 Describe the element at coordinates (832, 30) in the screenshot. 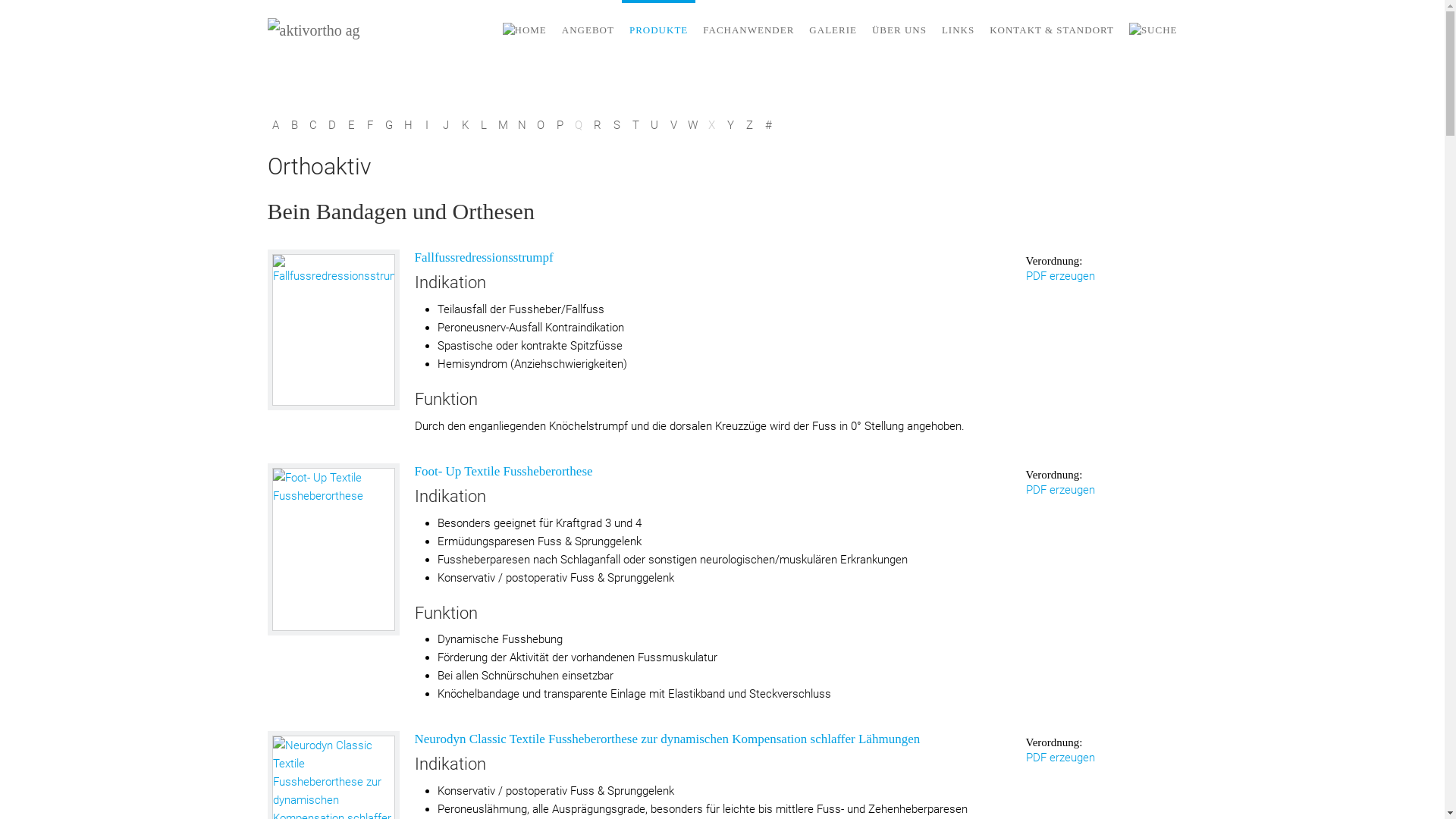

I see `'GALERIE'` at that location.